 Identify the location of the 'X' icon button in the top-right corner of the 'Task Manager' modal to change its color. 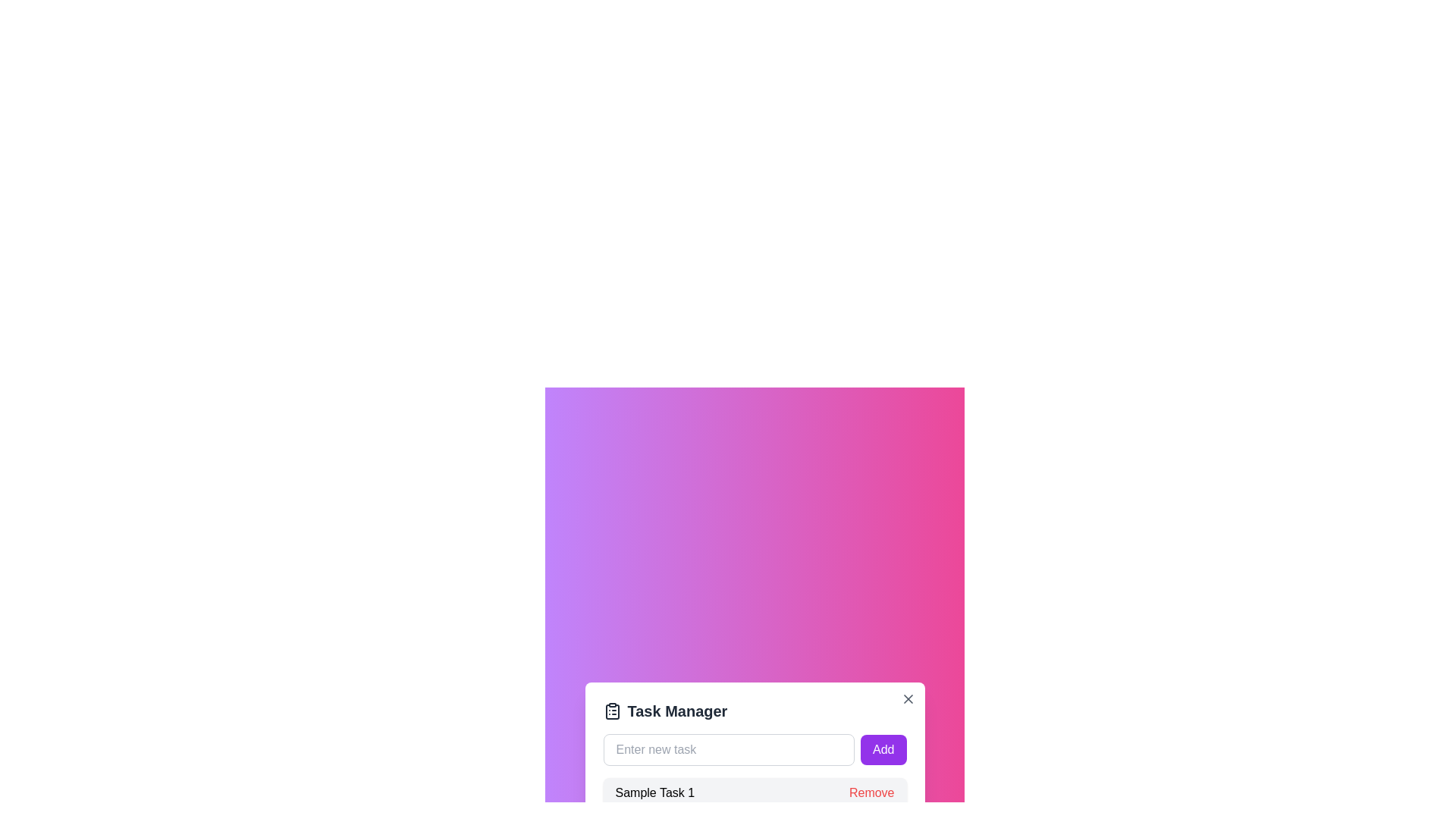
(908, 698).